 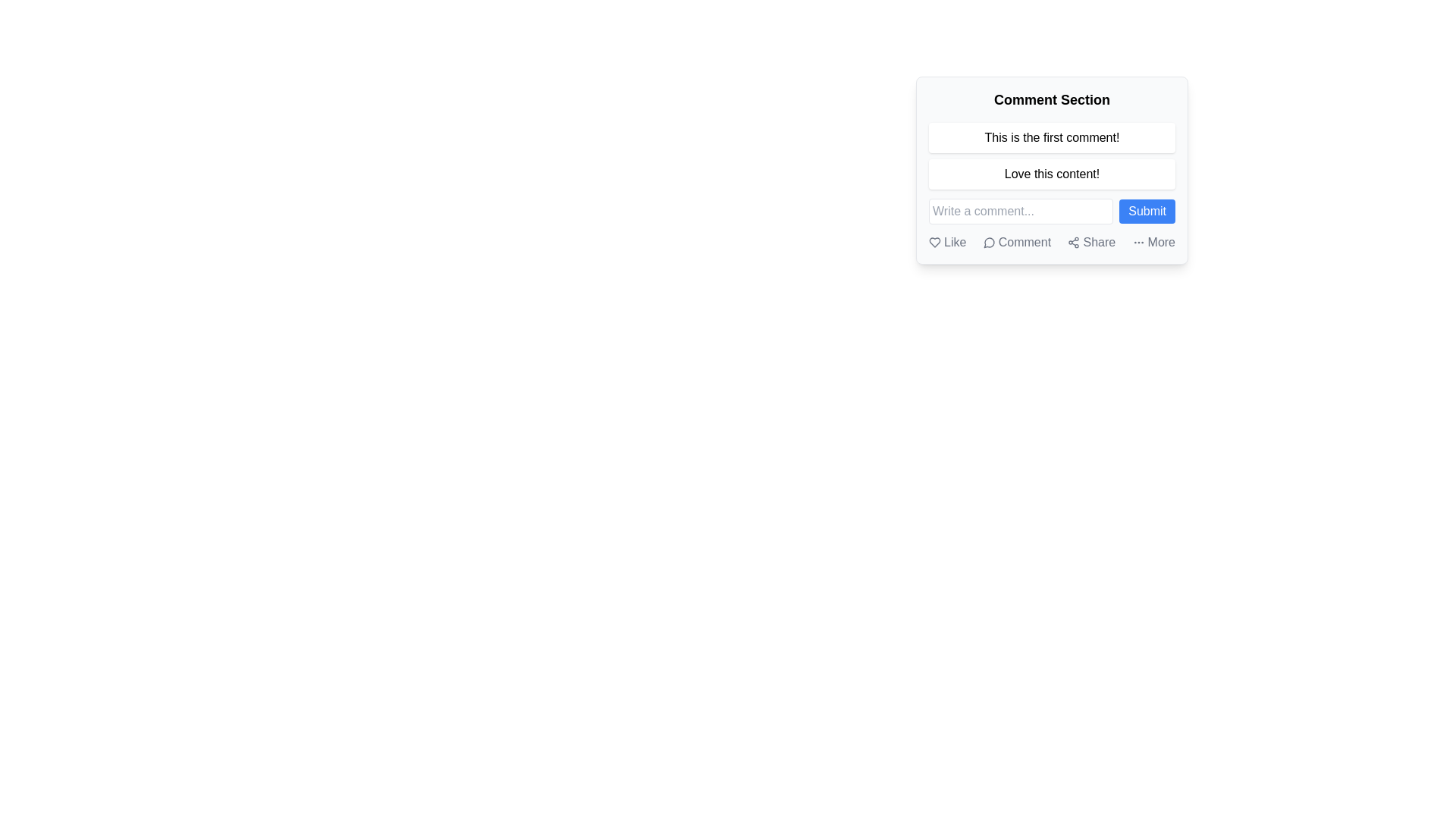 What do you see at coordinates (1051, 174) in the screenshot?
I see `the rectangular text box displaying 'Love this content!' with a white background and rounded corners, located in the comment section` at bounding box center [1051, 174].